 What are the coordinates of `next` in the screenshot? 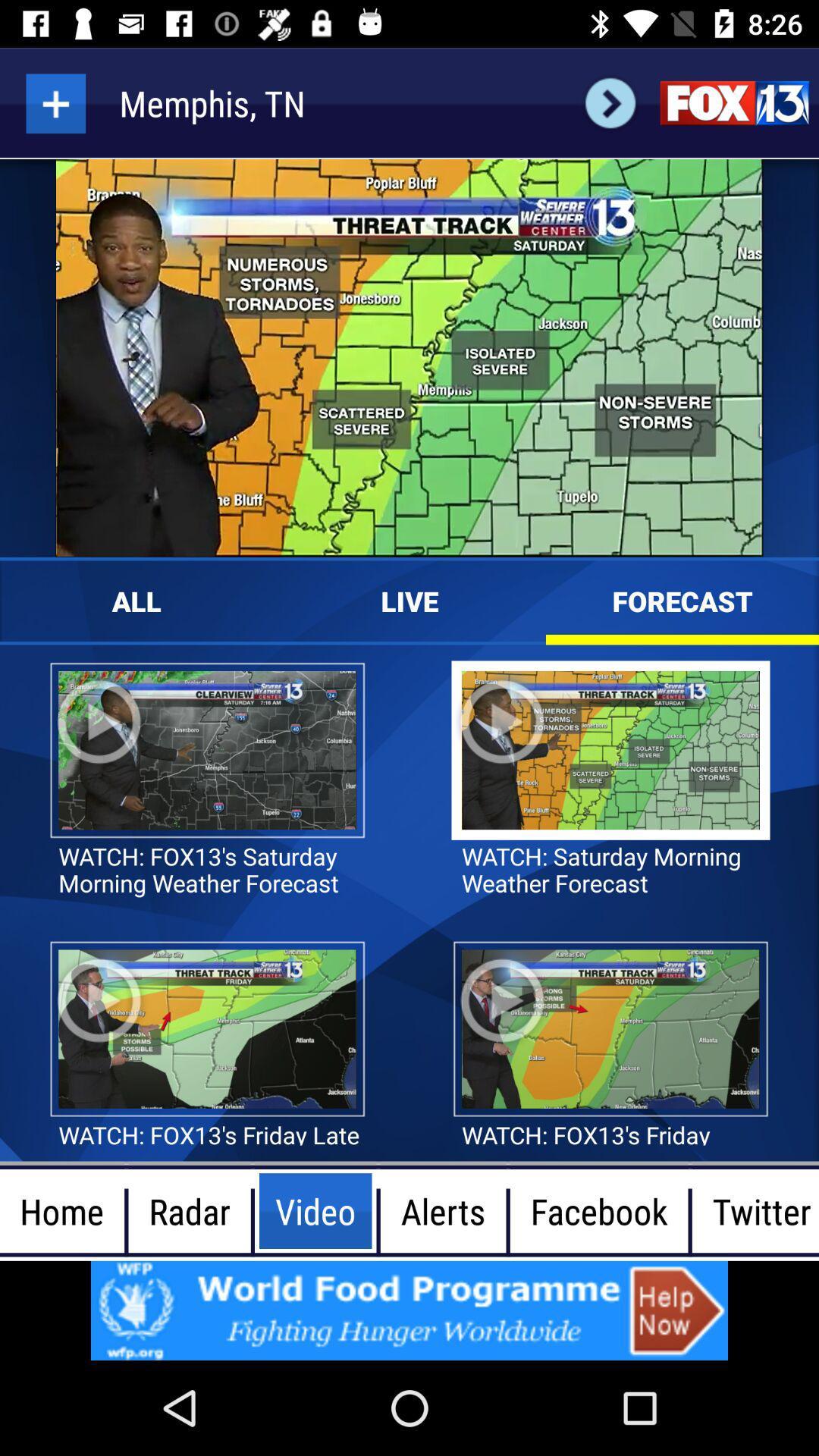 It's located at (610, 102).